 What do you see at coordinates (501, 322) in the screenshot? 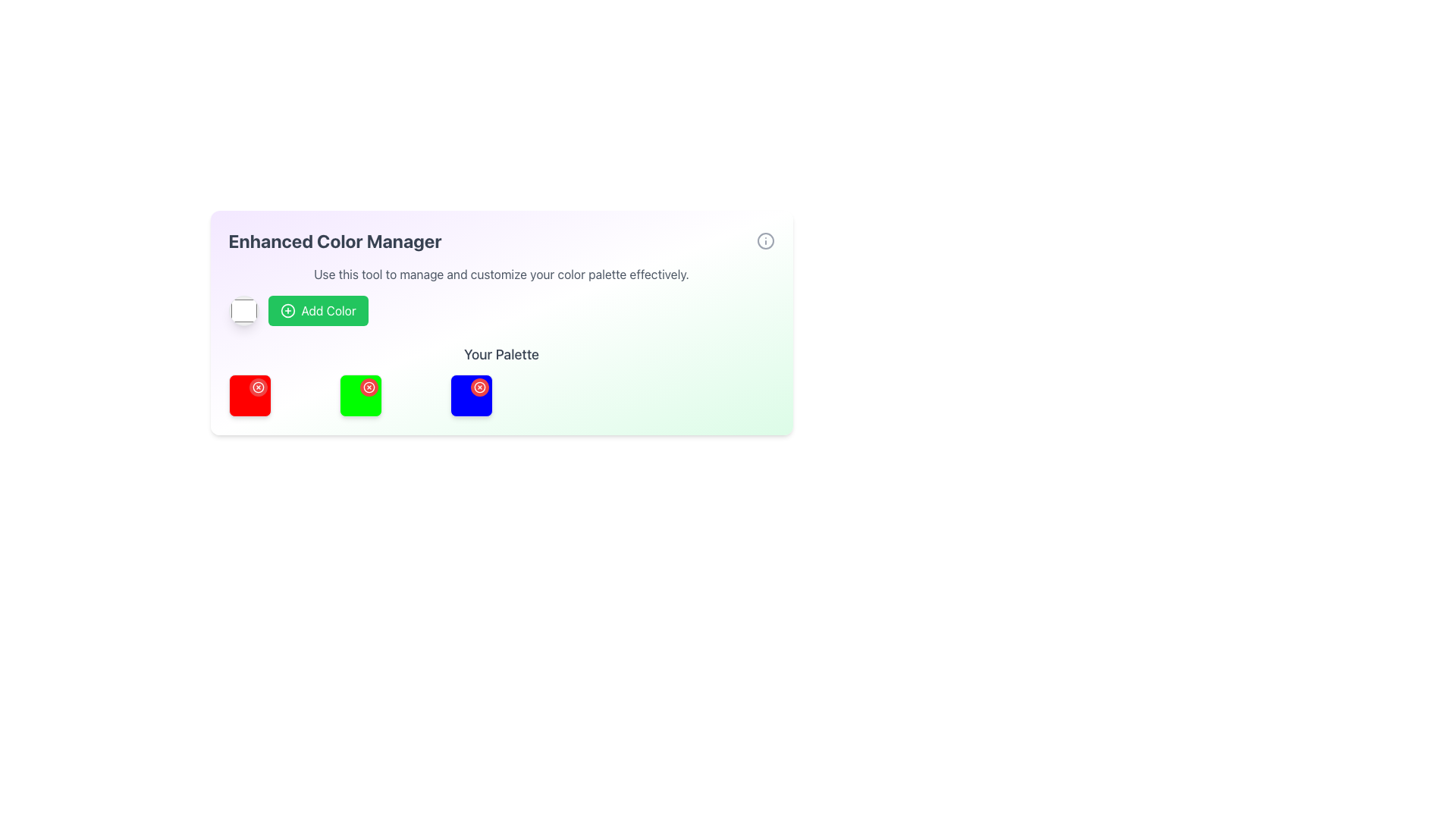
I see `the color selector button within the 'Enhanced Color Manager' card, which has a gradient background transitioning from purple to green` at bounding box center [501, 322].